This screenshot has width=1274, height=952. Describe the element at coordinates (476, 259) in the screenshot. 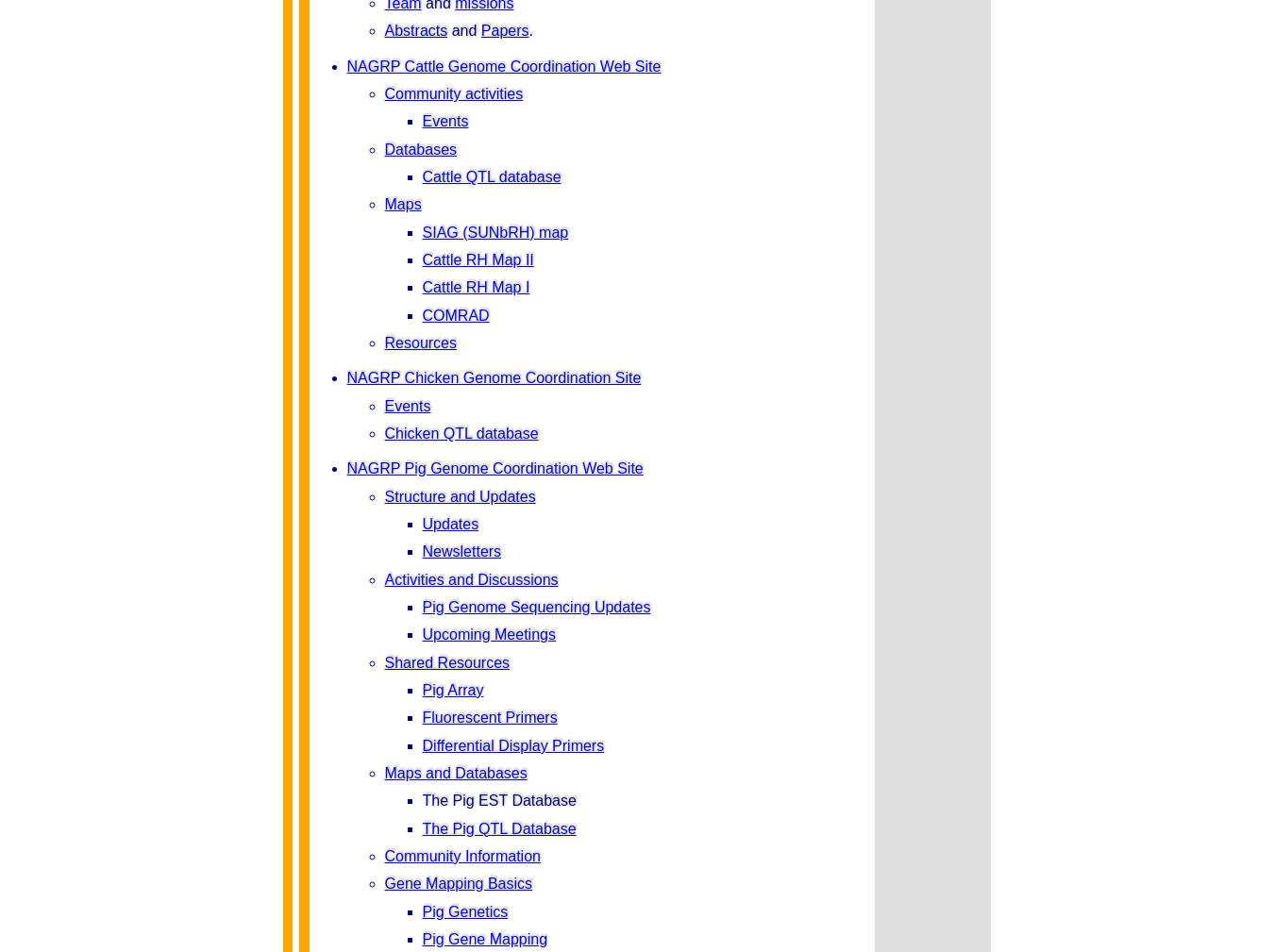

I see `'Cattle RH Map II'` at that location.